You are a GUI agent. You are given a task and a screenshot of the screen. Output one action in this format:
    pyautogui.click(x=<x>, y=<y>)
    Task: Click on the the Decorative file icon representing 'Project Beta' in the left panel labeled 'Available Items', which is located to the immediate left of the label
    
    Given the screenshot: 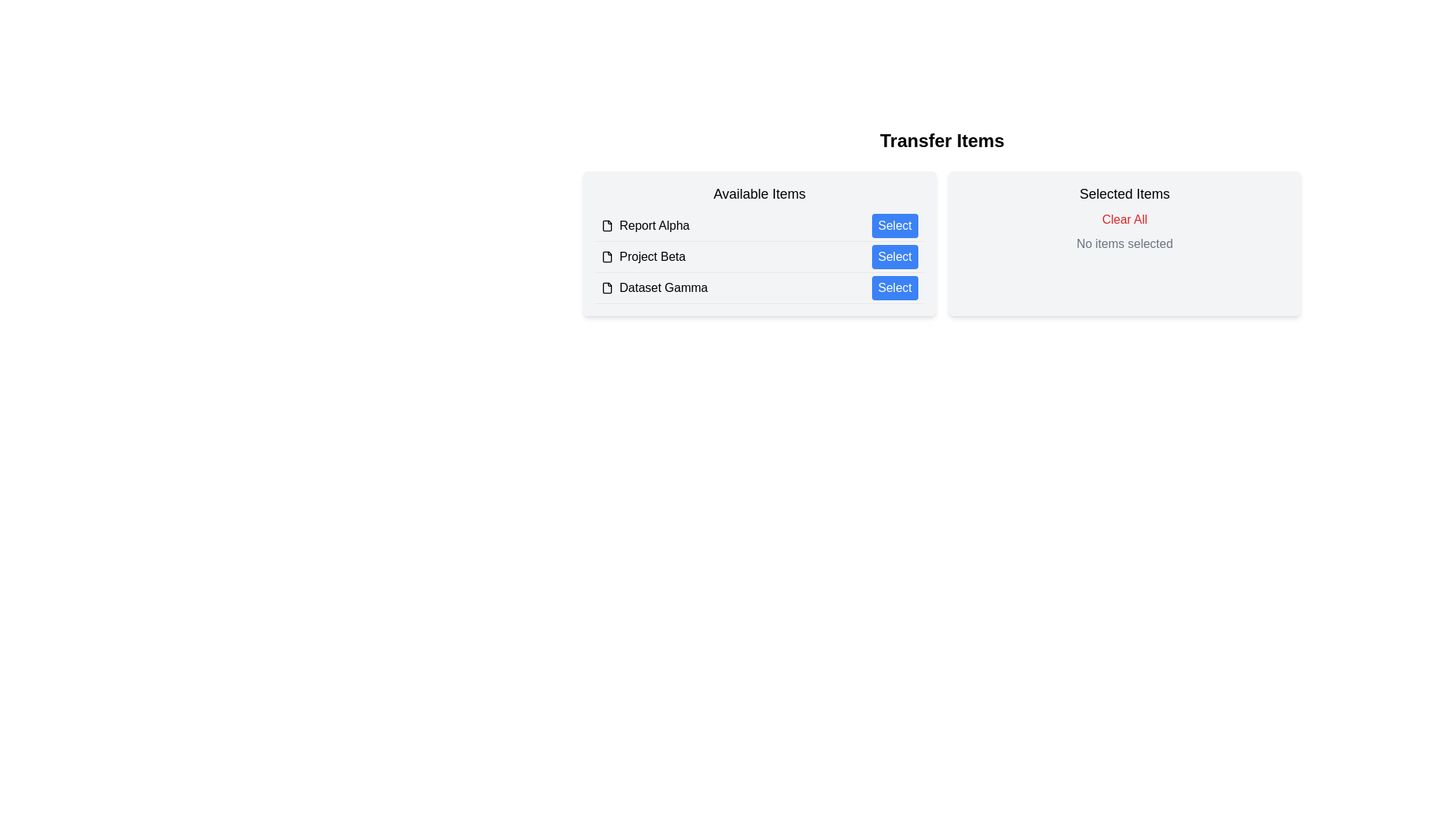 What is the action you would take?
    pyautogui.click(x=607, y=256)
    